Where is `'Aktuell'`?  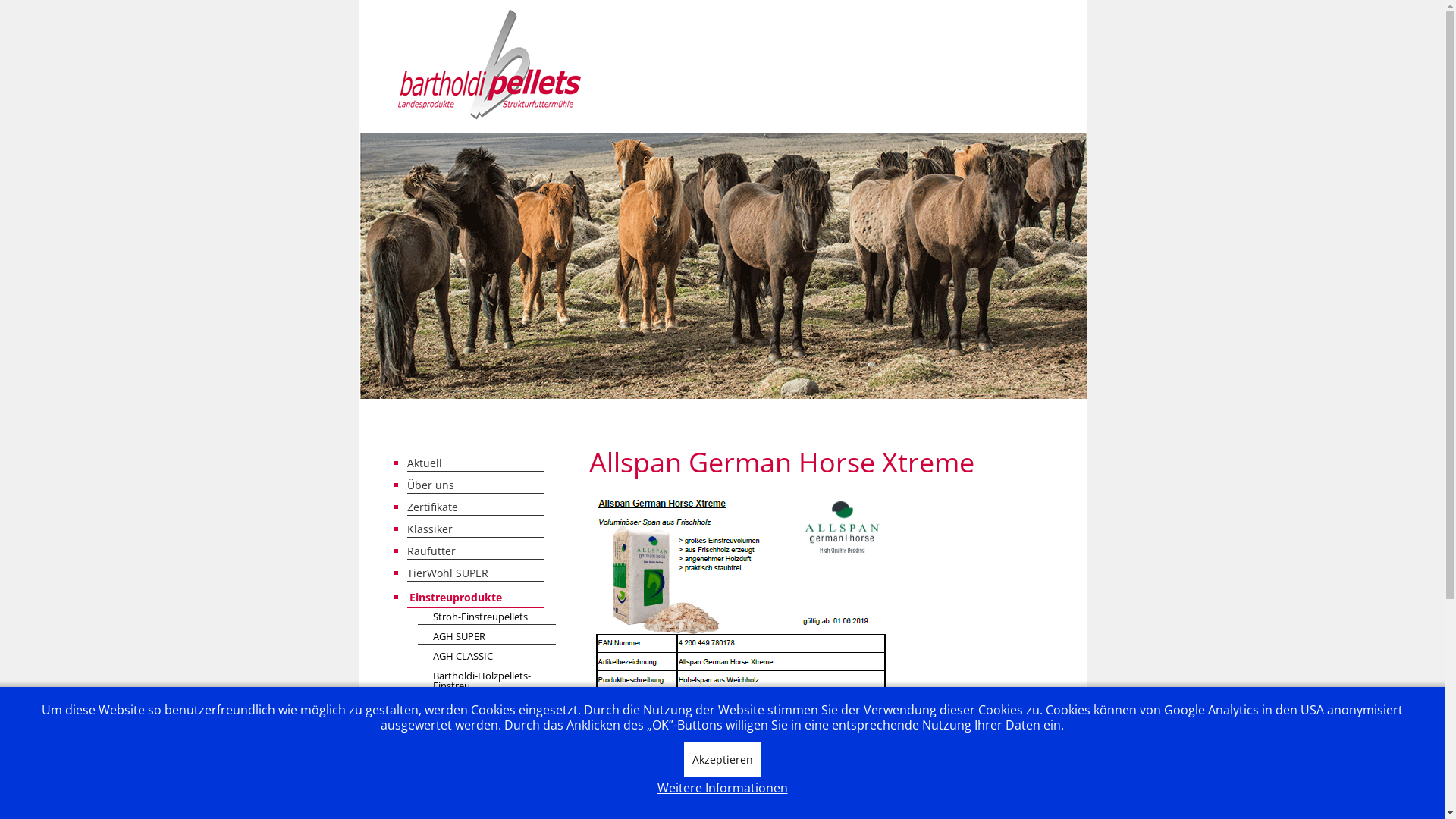
'Aktuell' is located at coordinates (473, 462).